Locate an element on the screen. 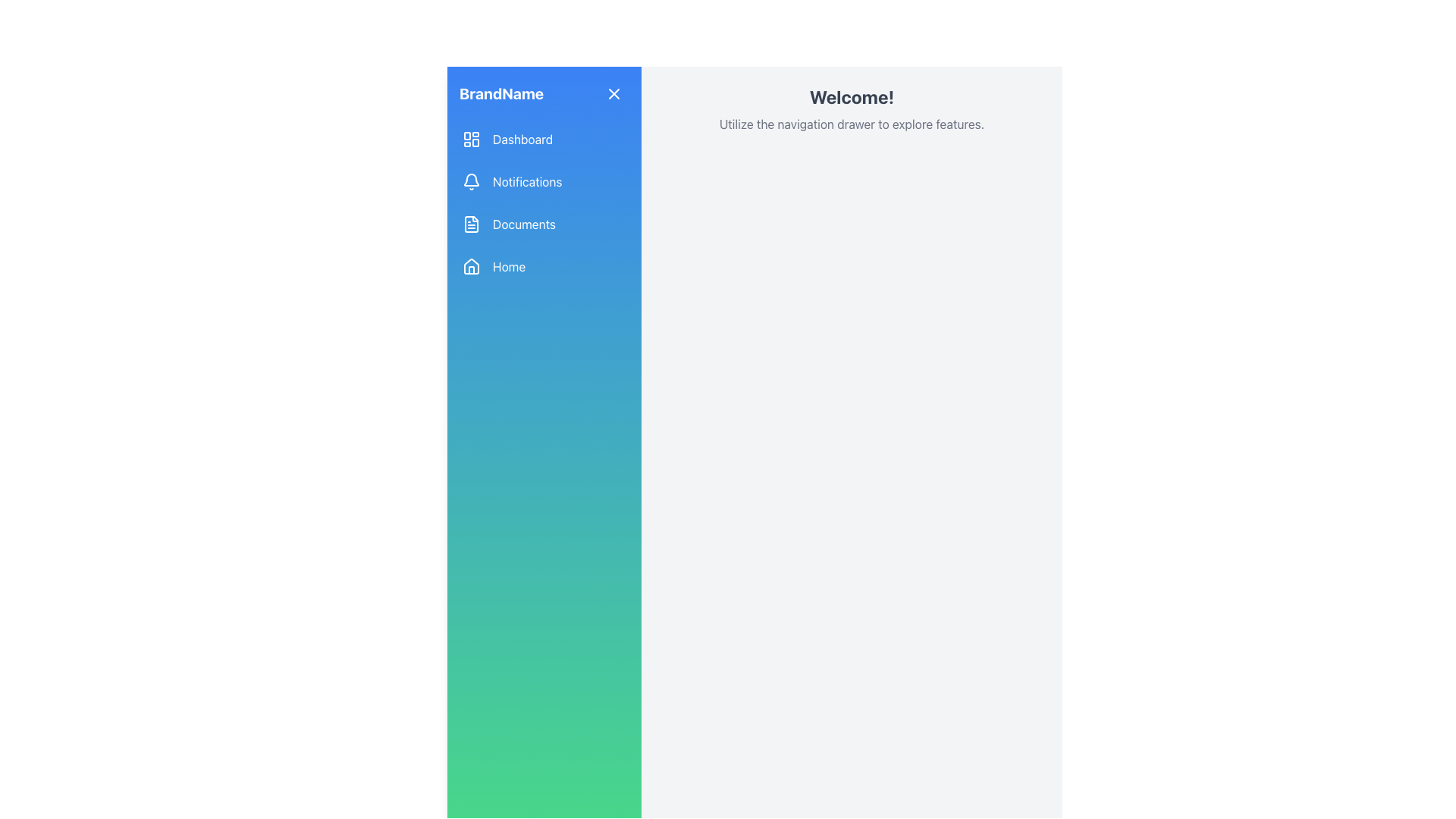  the navigational button located at the top of the vertical navigation menu in the leftmost sidebar, which redirects to the Dashboard section is located at coordinates (507, 140).